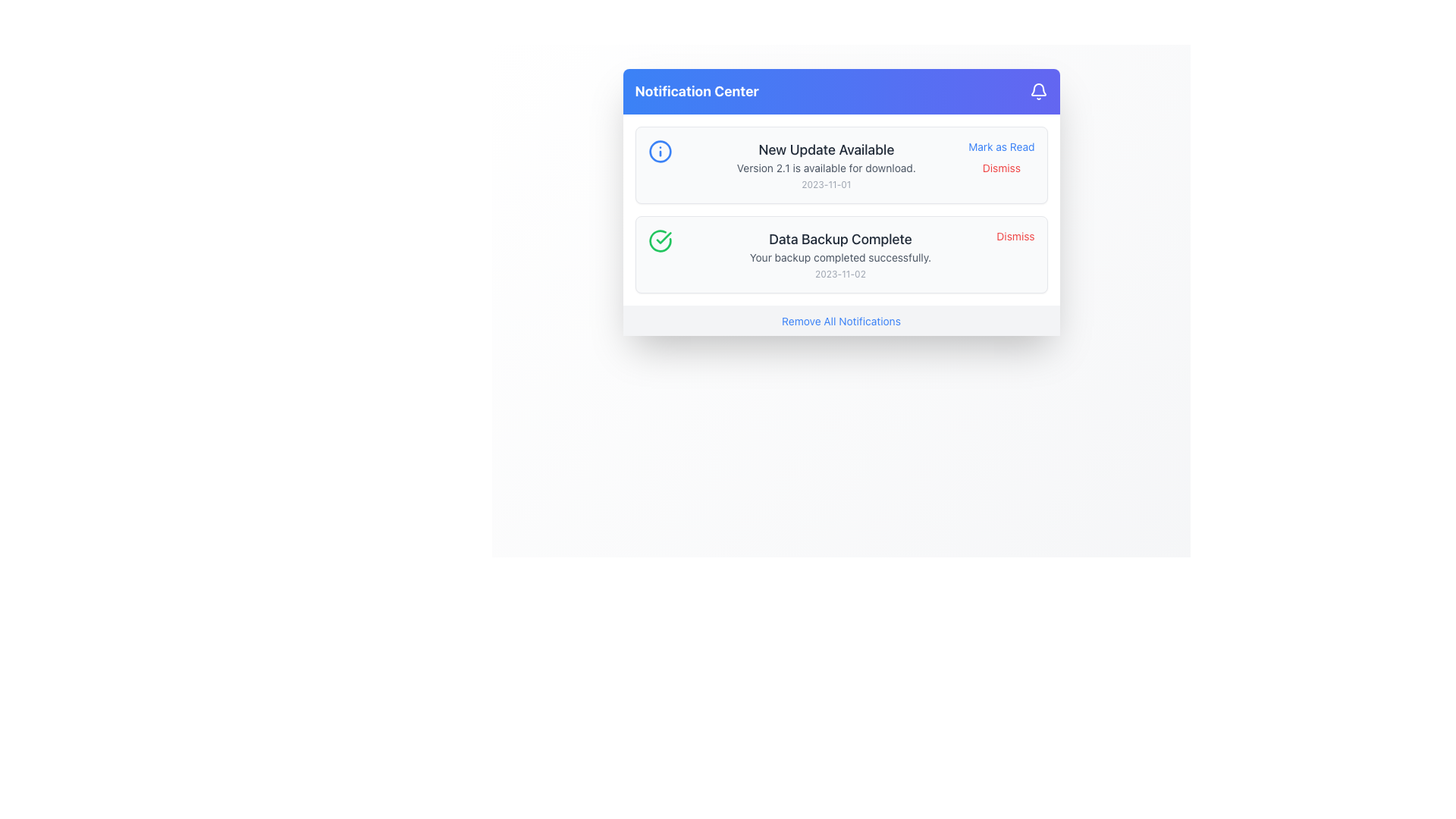 The image size is (1456, 819). What do you see at coordinates (825, 149) in the screenshot?
I see `text from the 'New Update Available' label, which is prominently situated in the Notification Center's primary content area` at bounding box center [825, 149].